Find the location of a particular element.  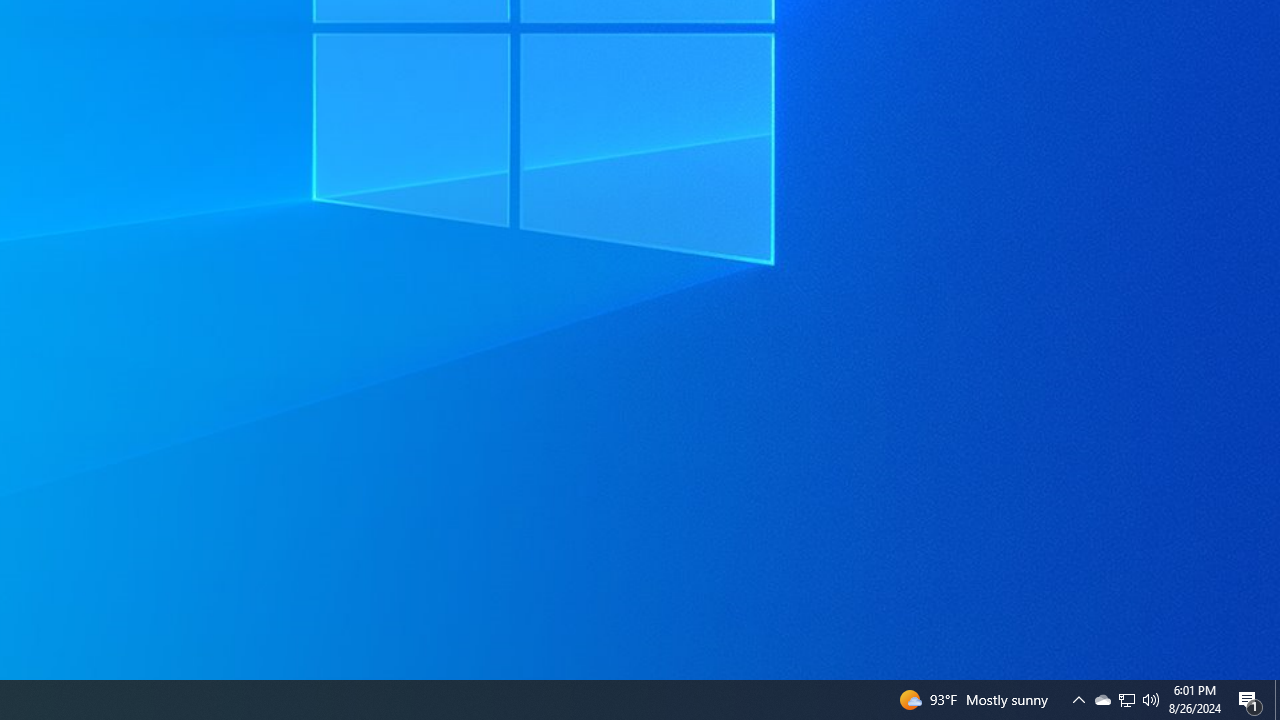

'Notification Chevron' is located at coordinates (1127, 698).